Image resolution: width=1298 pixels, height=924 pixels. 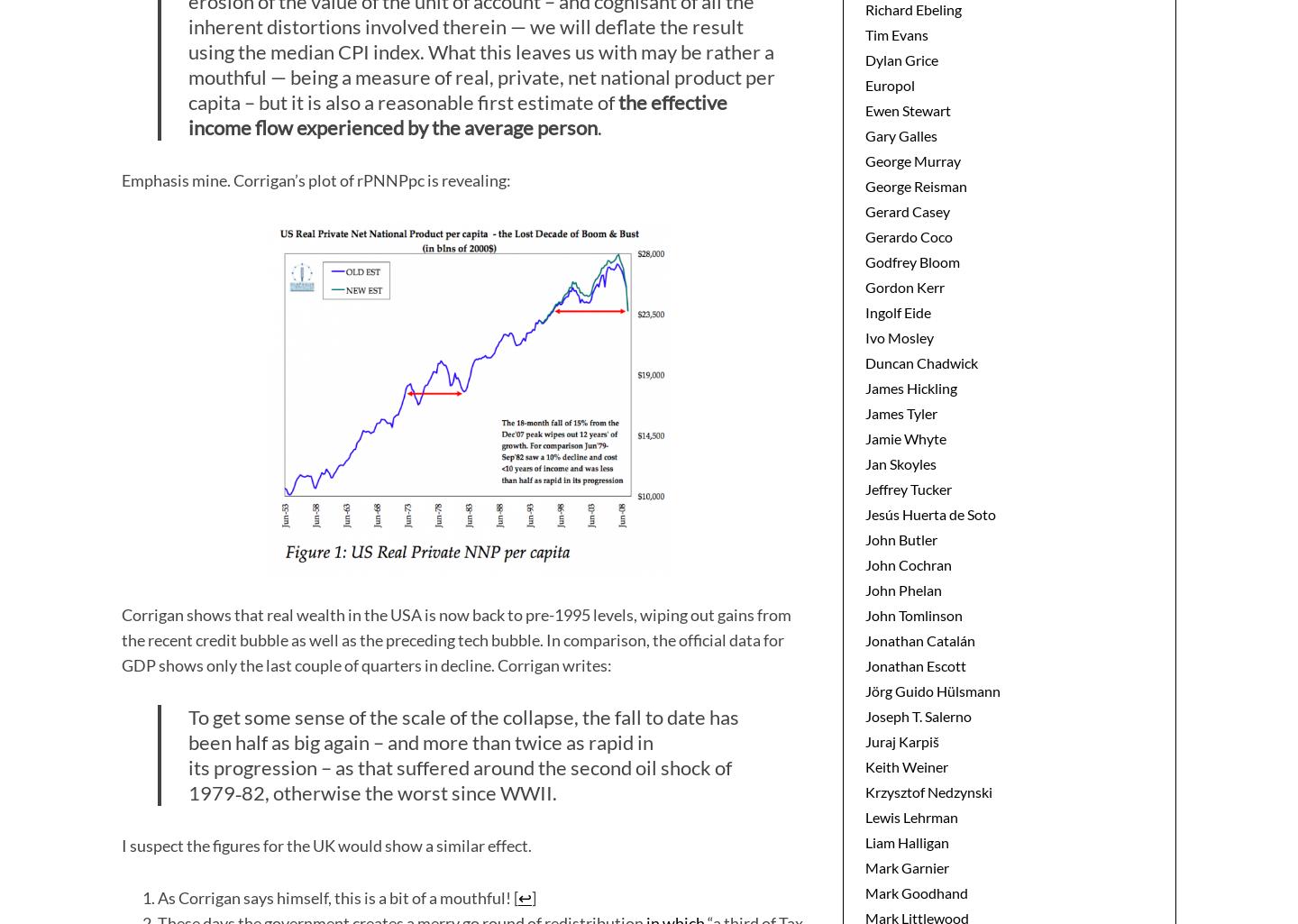 I want to click on 'Juraj Karpiš', so click(x=900, y=739).